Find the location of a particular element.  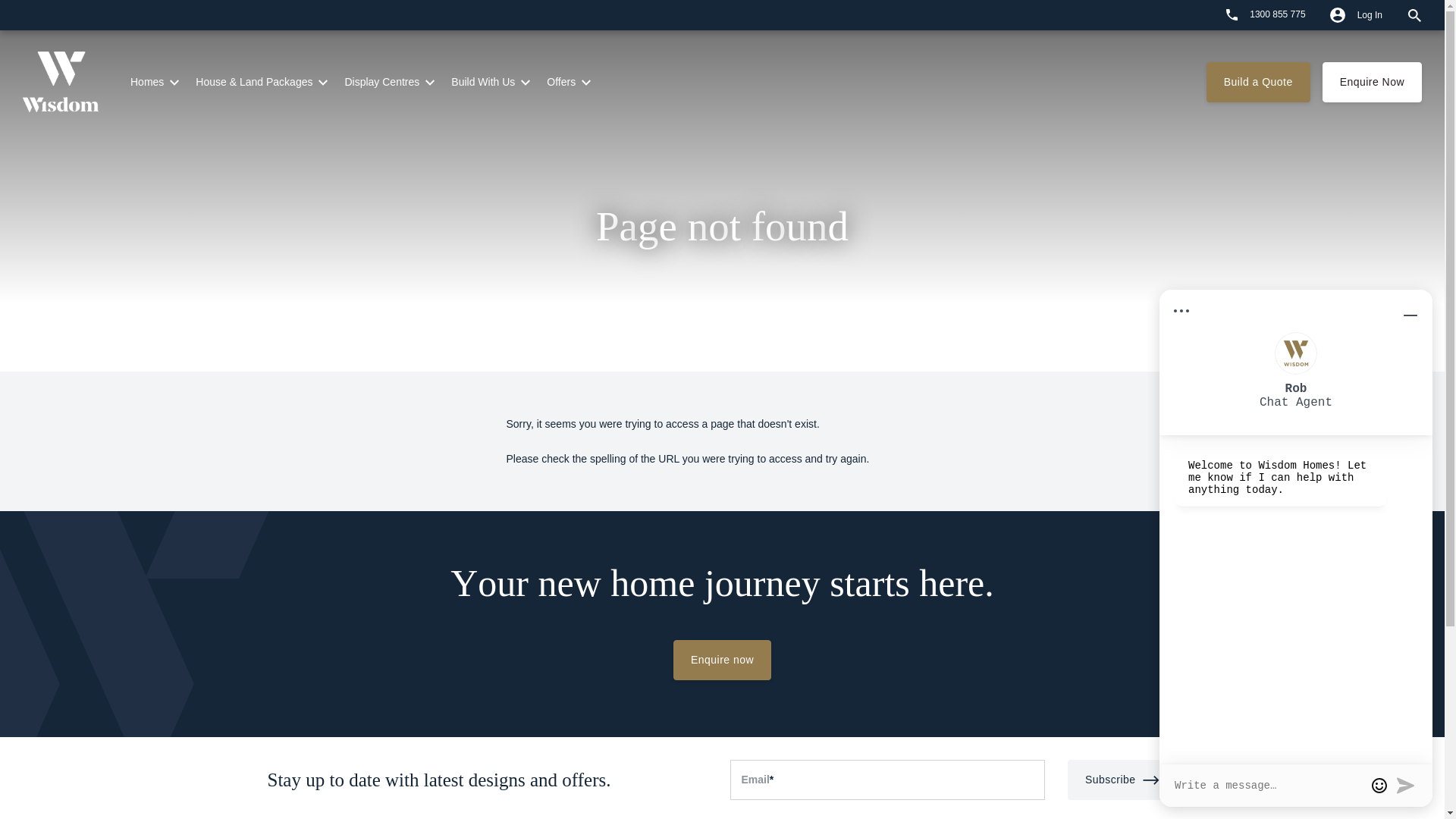

'Display Centres' is located at coordinates (381, 82).